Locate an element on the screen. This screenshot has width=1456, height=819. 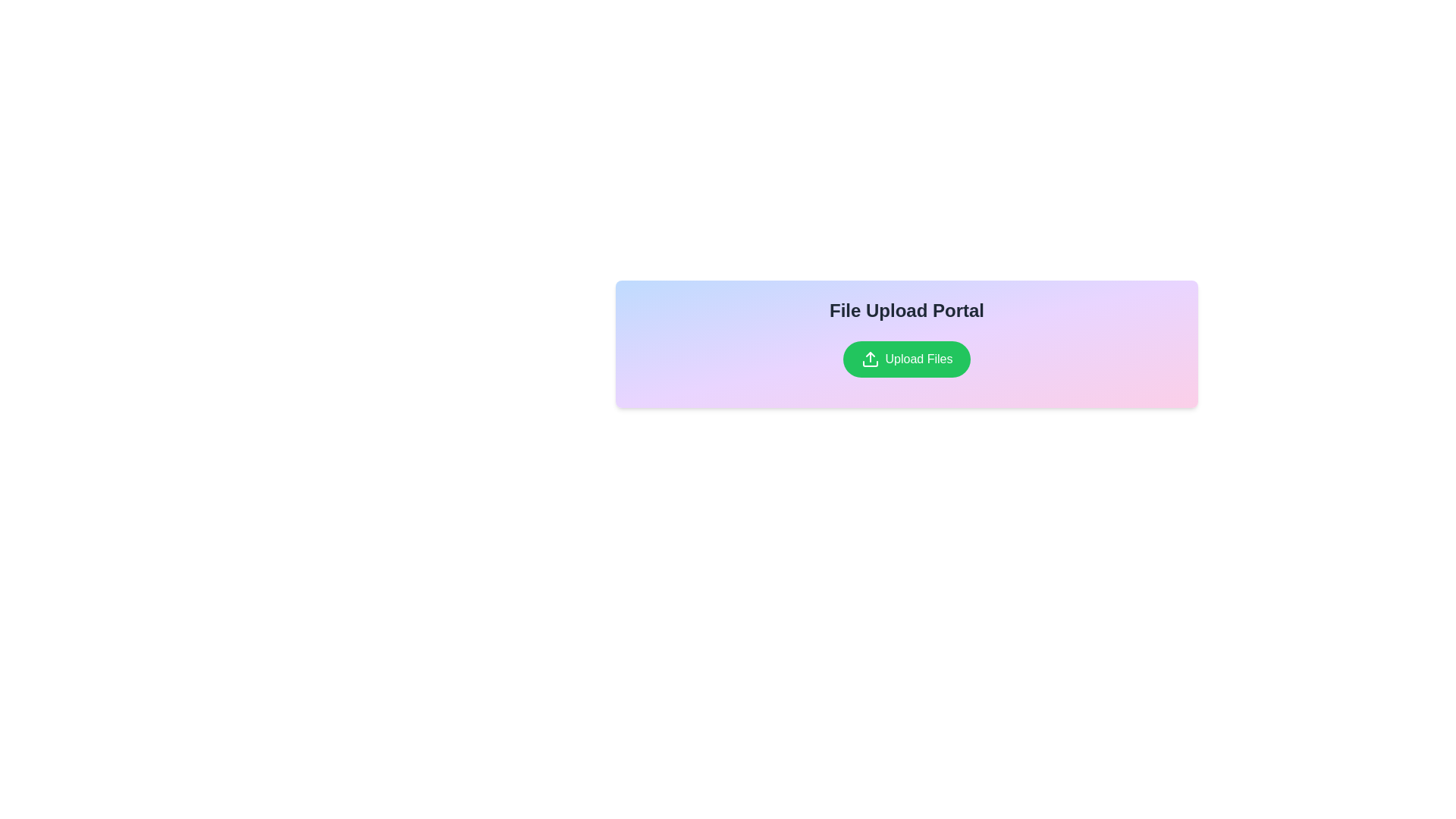
the label text within the 'Upload Files' button is located at coordinates (918, 359).